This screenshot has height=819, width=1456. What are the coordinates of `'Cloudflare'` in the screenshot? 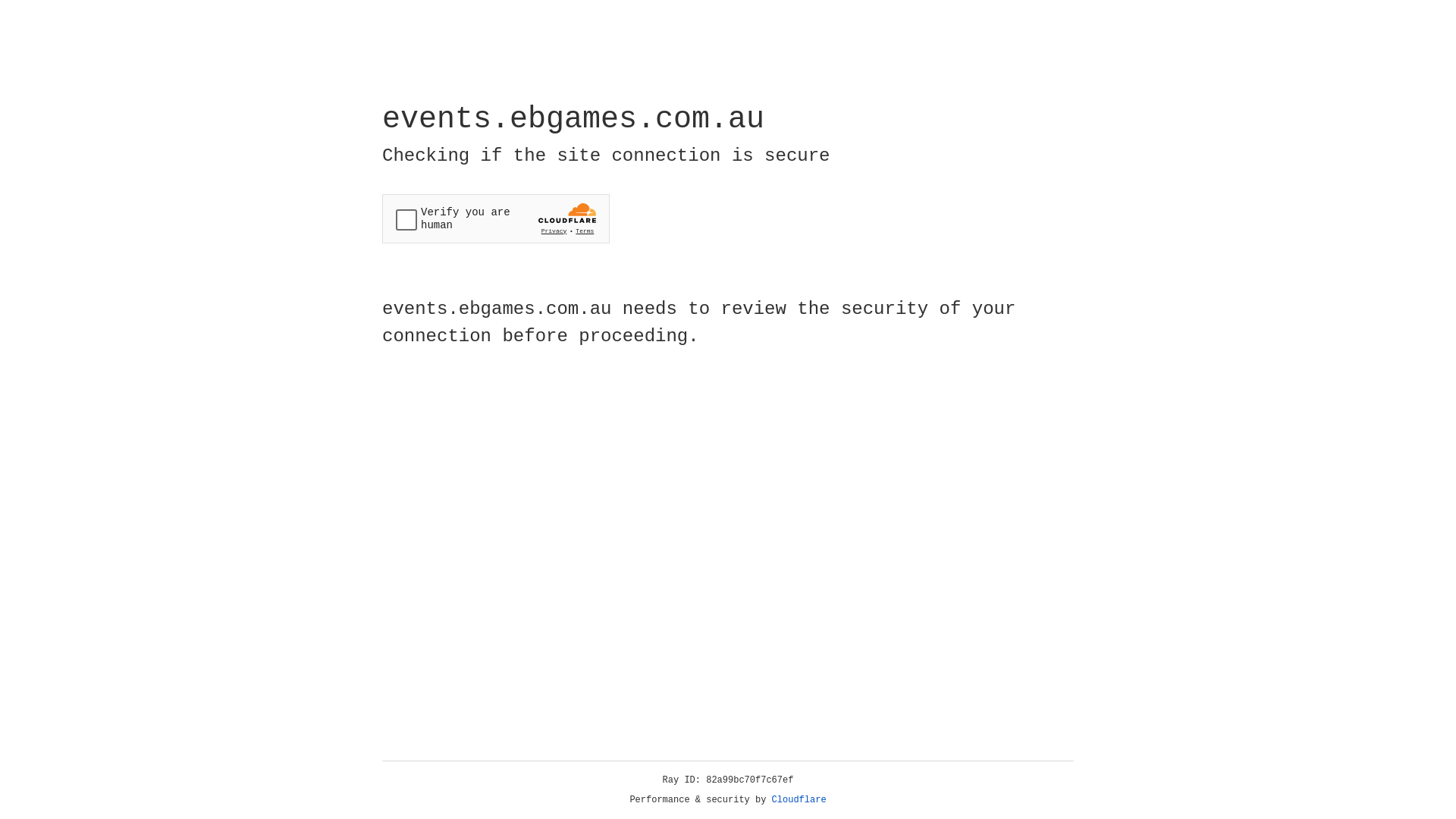 It's located at (799, 799).